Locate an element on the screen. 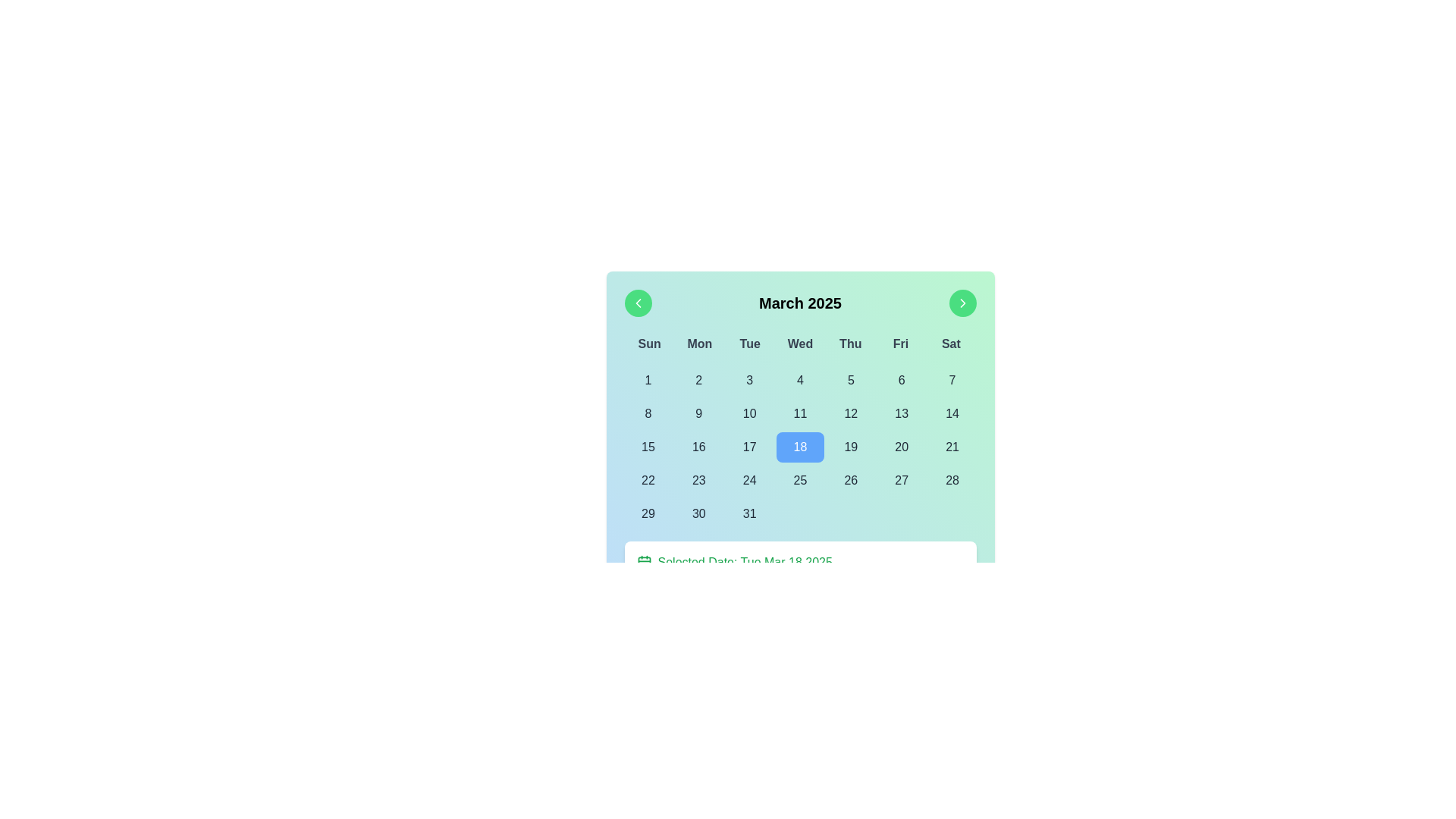 The width and height of the screenshot is (1456, 819). the calendar date box displaying the number '20' for March 20, 2025, to change its visual style is located at coordinates (902, 447).